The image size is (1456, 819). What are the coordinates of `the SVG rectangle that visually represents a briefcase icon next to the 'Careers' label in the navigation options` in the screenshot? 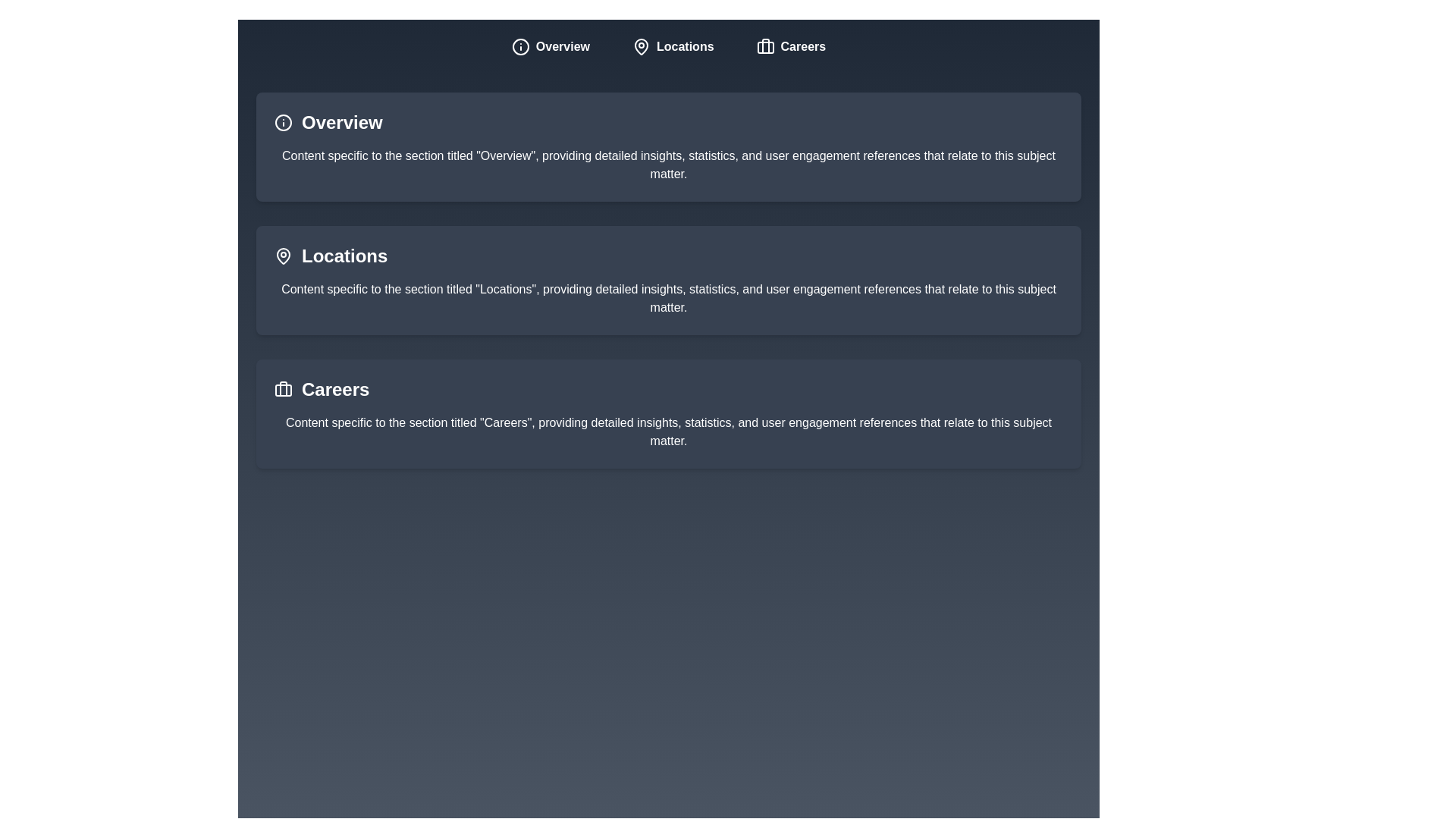 It's located at (284, 390).